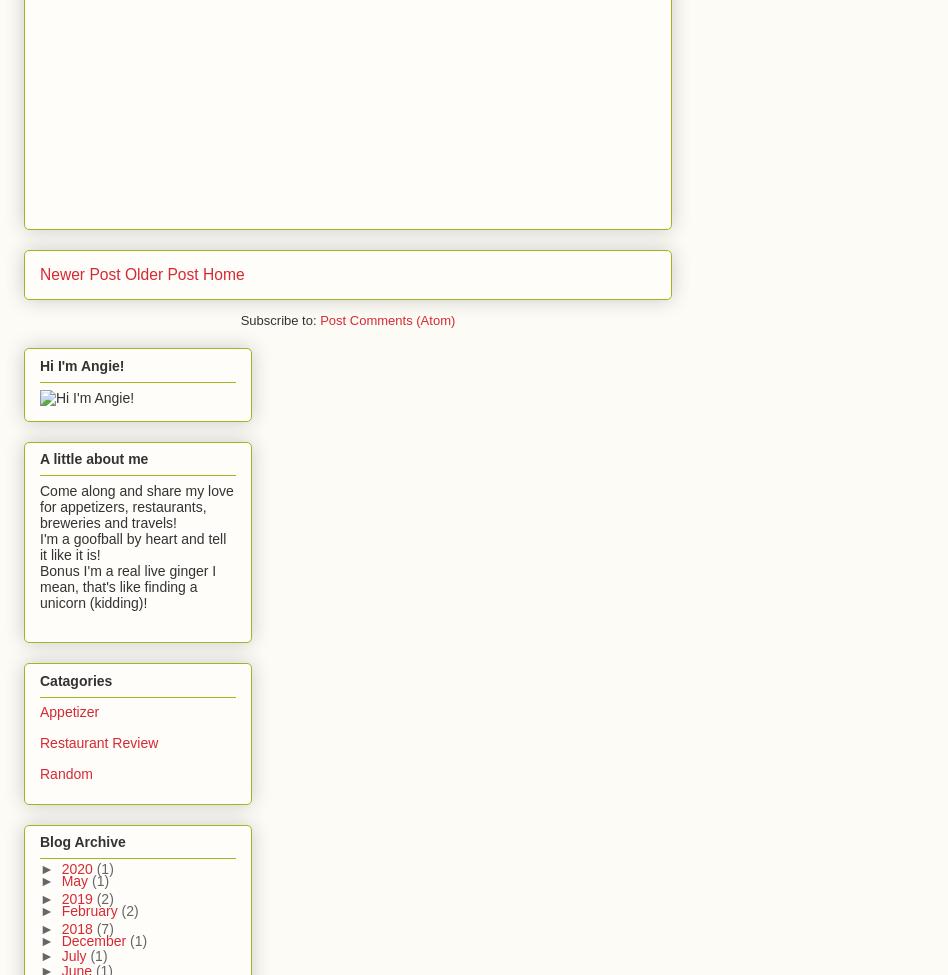 This screenshot has height=975, width=948. Describe the element at coordinates (82, 841) in the screenshot. I see `'Blog Archive'` at that location.